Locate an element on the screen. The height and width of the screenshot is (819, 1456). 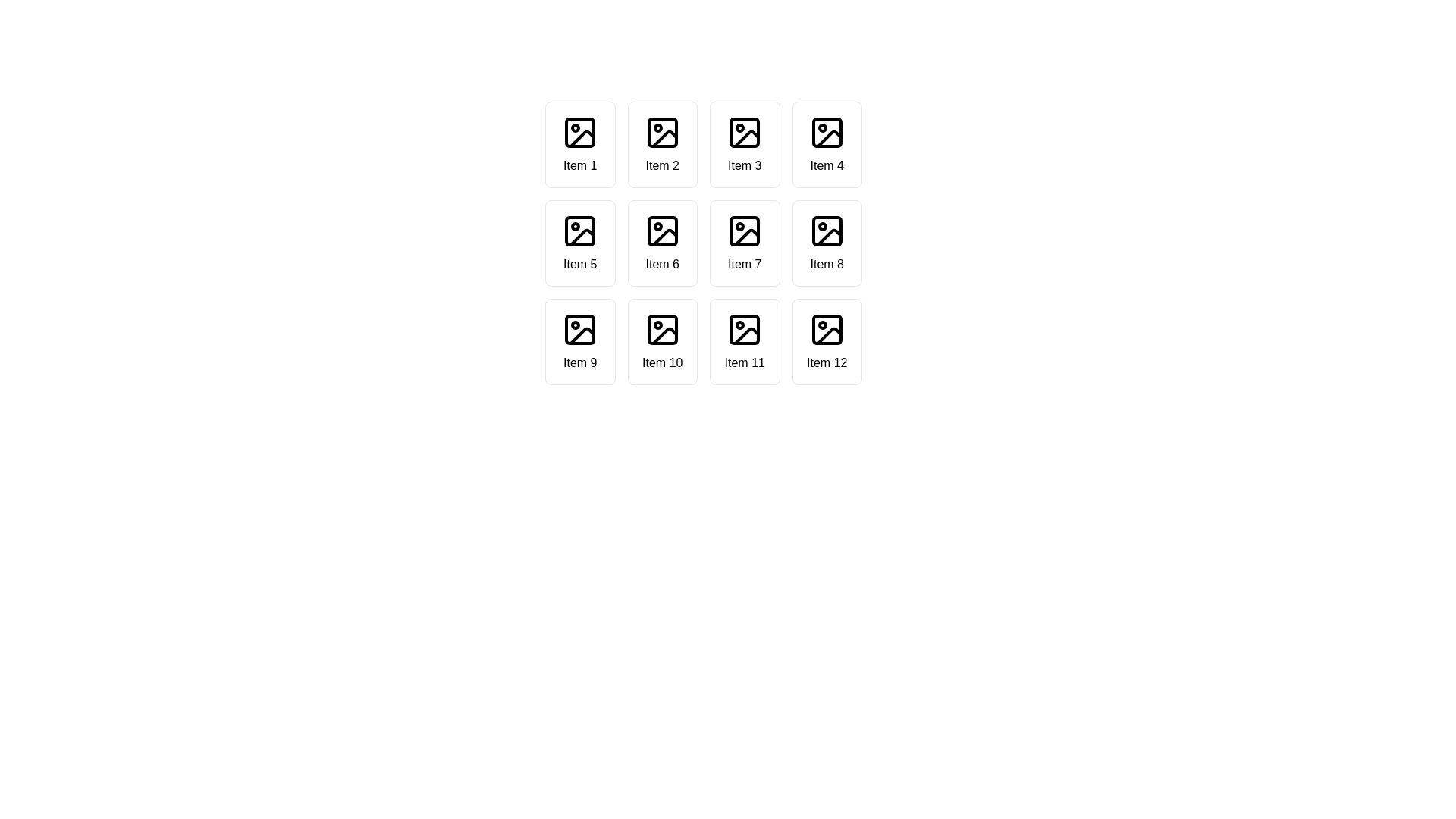
the text label displaying 'Item 3' located in the third column of the first row within a 4x3 grid structure is located at coordinates (745, 166).